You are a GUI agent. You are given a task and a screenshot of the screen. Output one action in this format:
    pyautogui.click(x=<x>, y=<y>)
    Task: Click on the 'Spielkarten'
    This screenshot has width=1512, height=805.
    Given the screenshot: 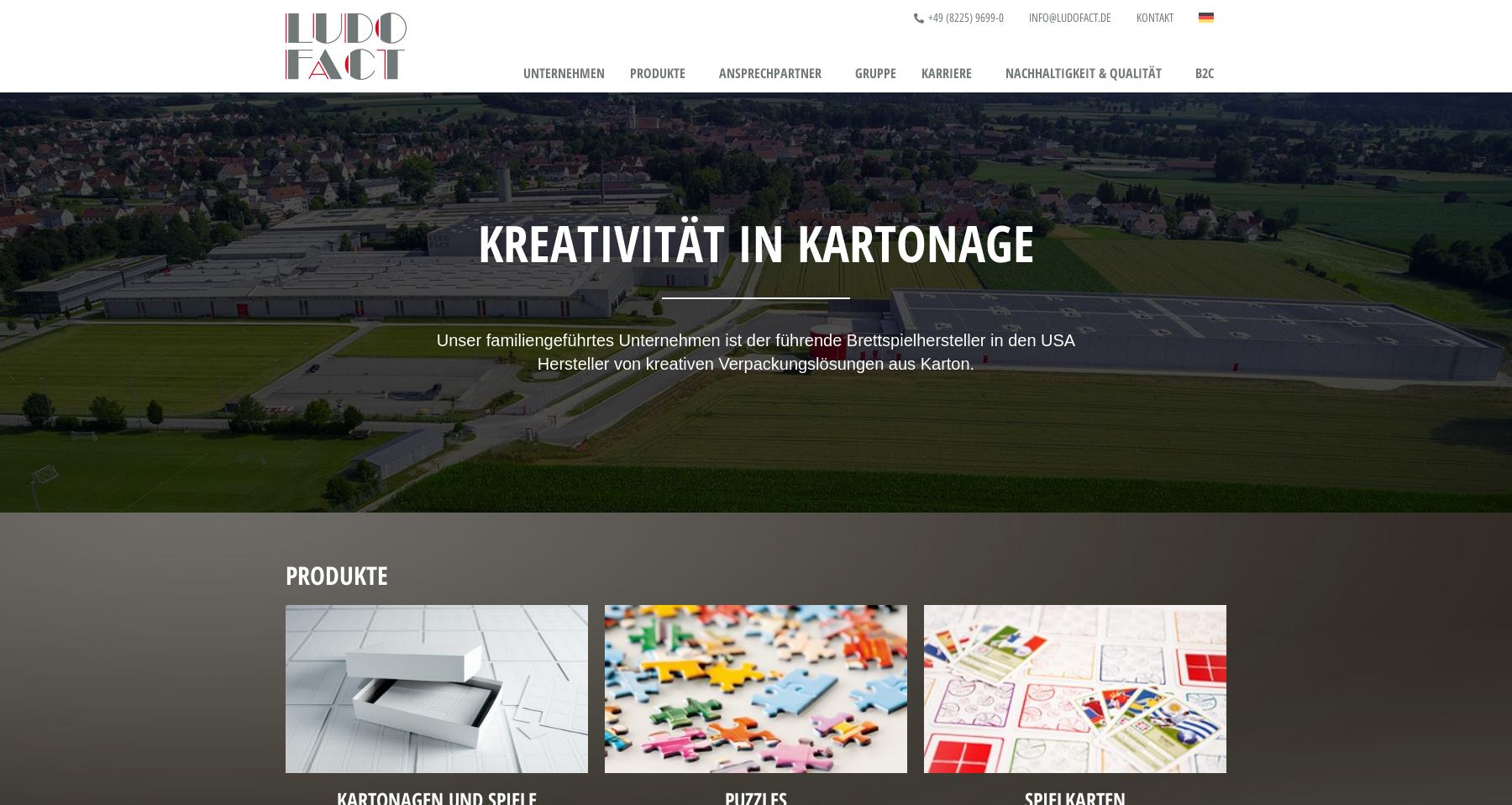 What is the action you would take?
    pyautogui.click(x=646, y=187)
    